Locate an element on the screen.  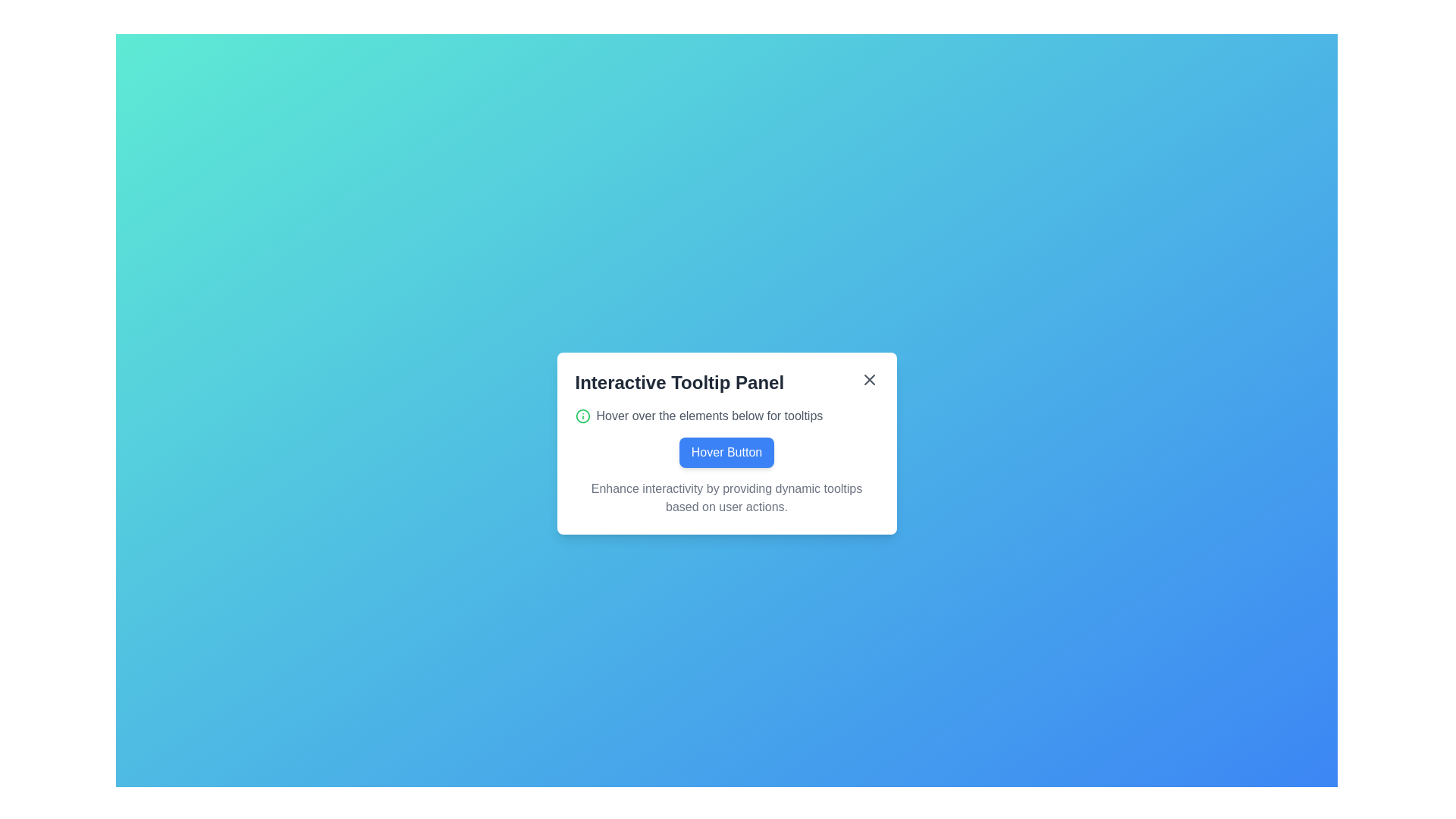
the circular information icon with a green outline is located at coordinates (582, 416).